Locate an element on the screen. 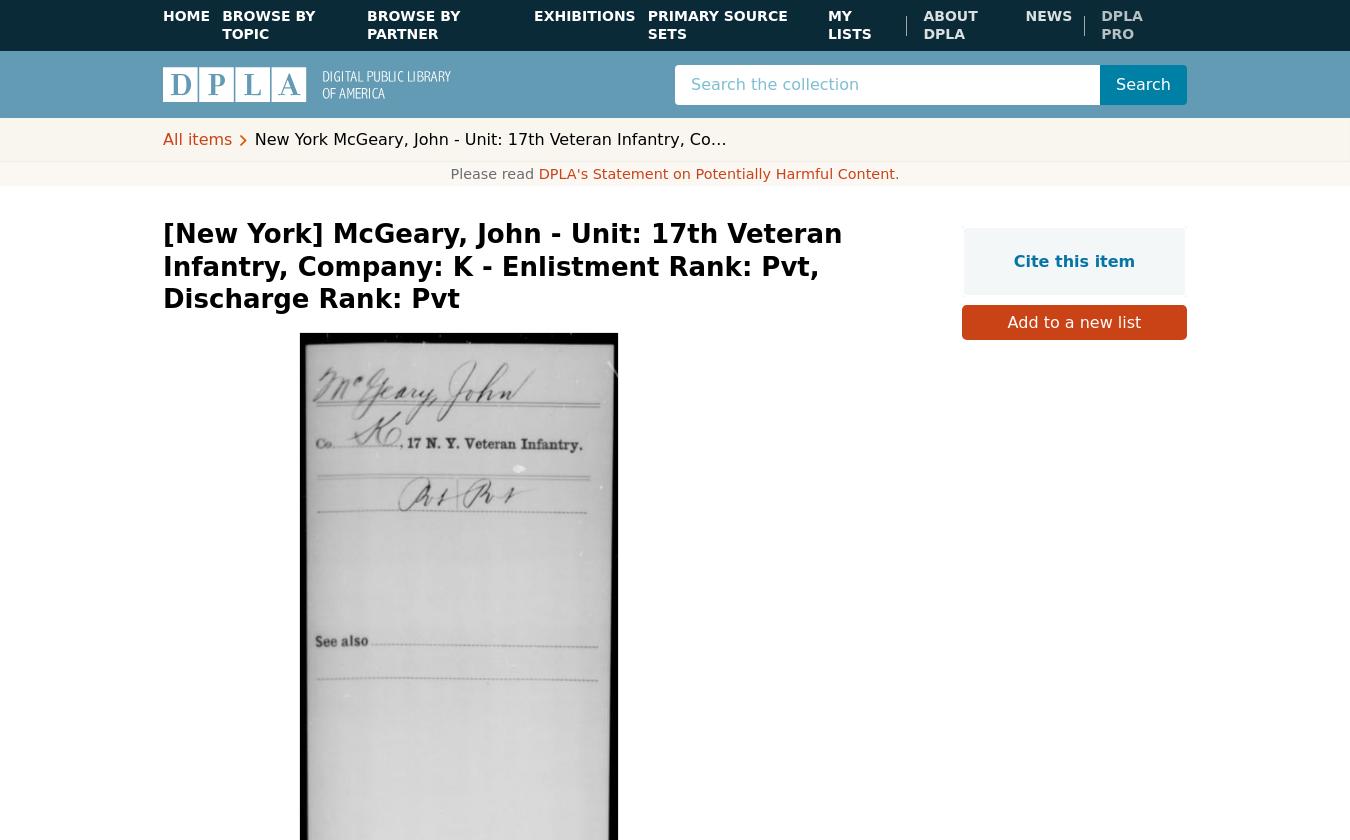 This screenshot has width=1350, height=840. 'Exhibitions' is located at coordinates (533, 15).